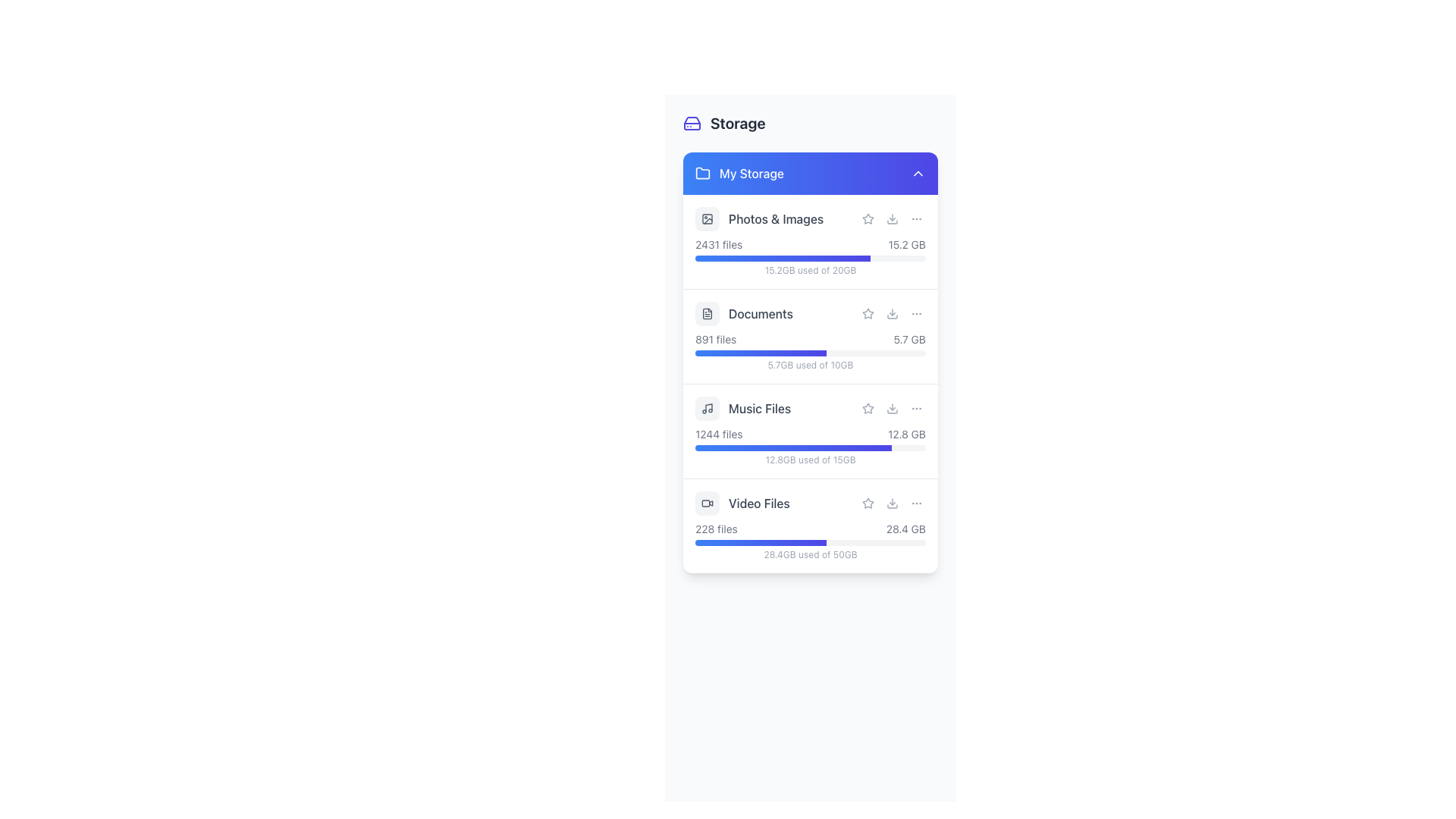 The height and width of the screenshot is (819, 1456). Describe the element at coordinates (691, 122) in the screenshot. I see `the hard drive icon element, which is an indigo-colored SVG component with slanted inner edges, located near the 'Storage' label in the header section` at that location.